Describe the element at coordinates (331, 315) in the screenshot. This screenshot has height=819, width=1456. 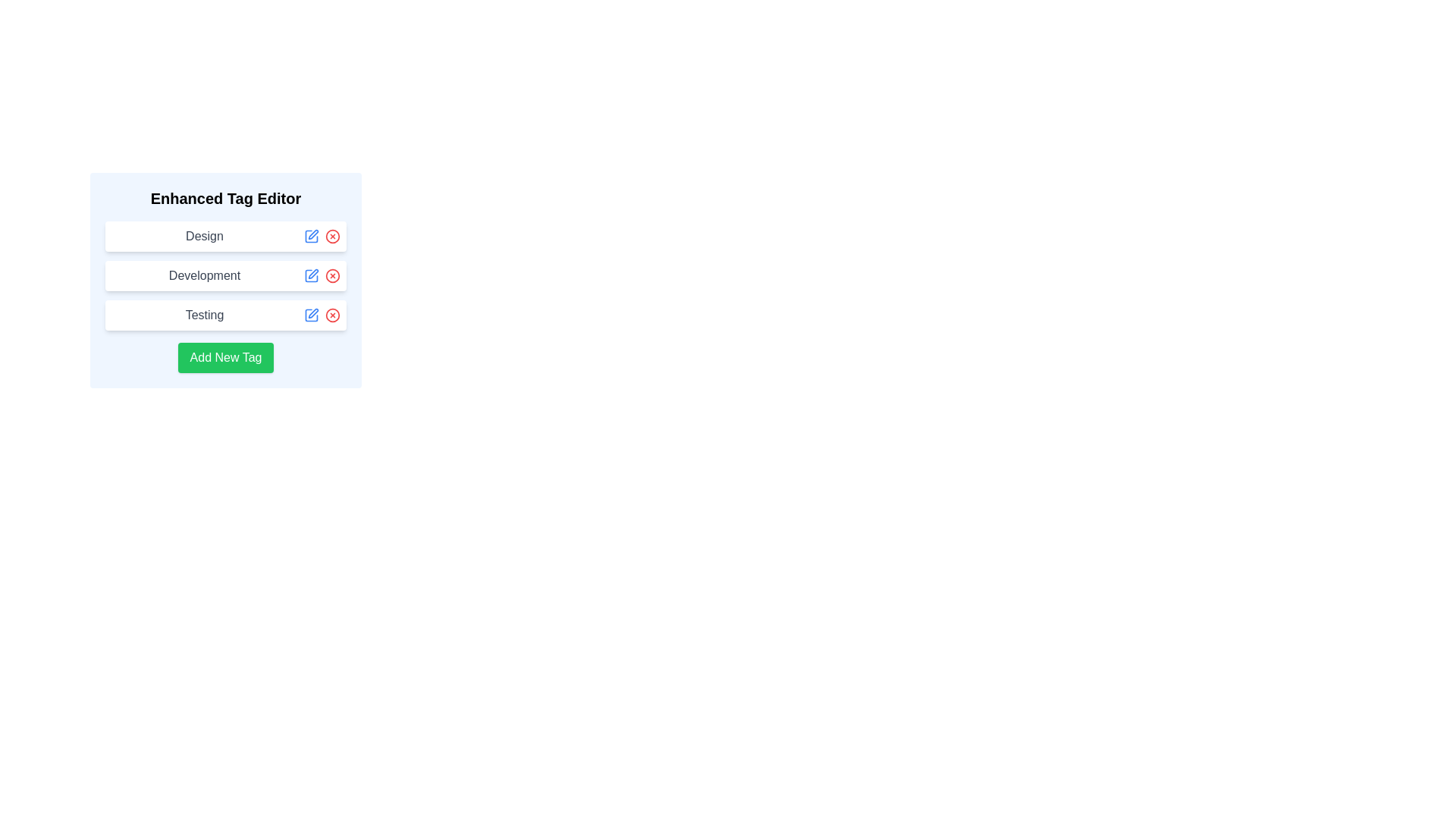
I see `the circular-shaped icon with a red border and an X symbol located in the 'Testing' row of the 'Enhanced Tag Editor' UI` at that location.